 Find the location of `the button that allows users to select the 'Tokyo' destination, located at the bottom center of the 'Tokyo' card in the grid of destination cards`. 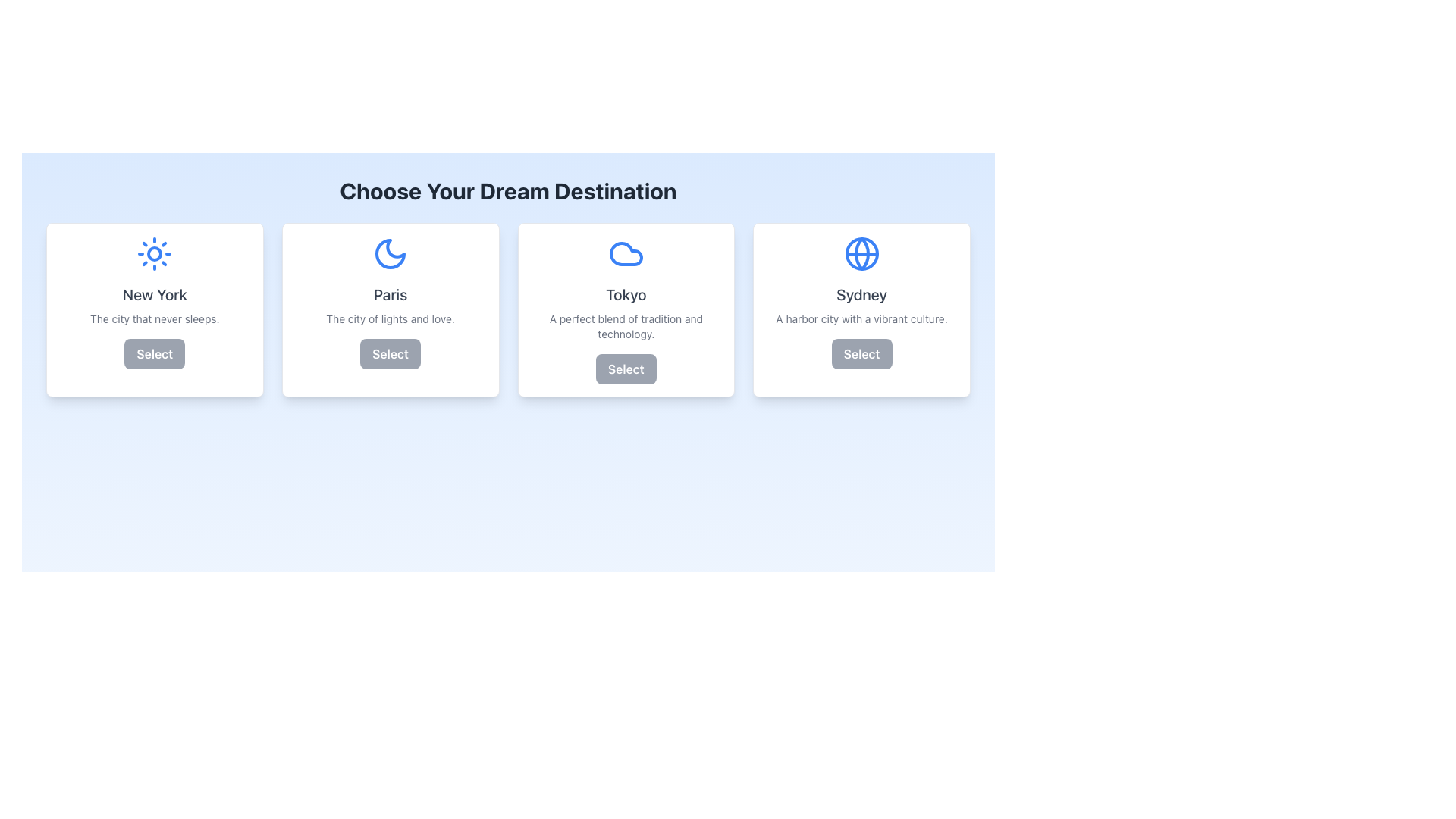

the button that allows users to select the 'Tokyo' destination, located at the bottom center of the 'Tokyo' card in the grid of destination cards is located at coordinates (626, 369).